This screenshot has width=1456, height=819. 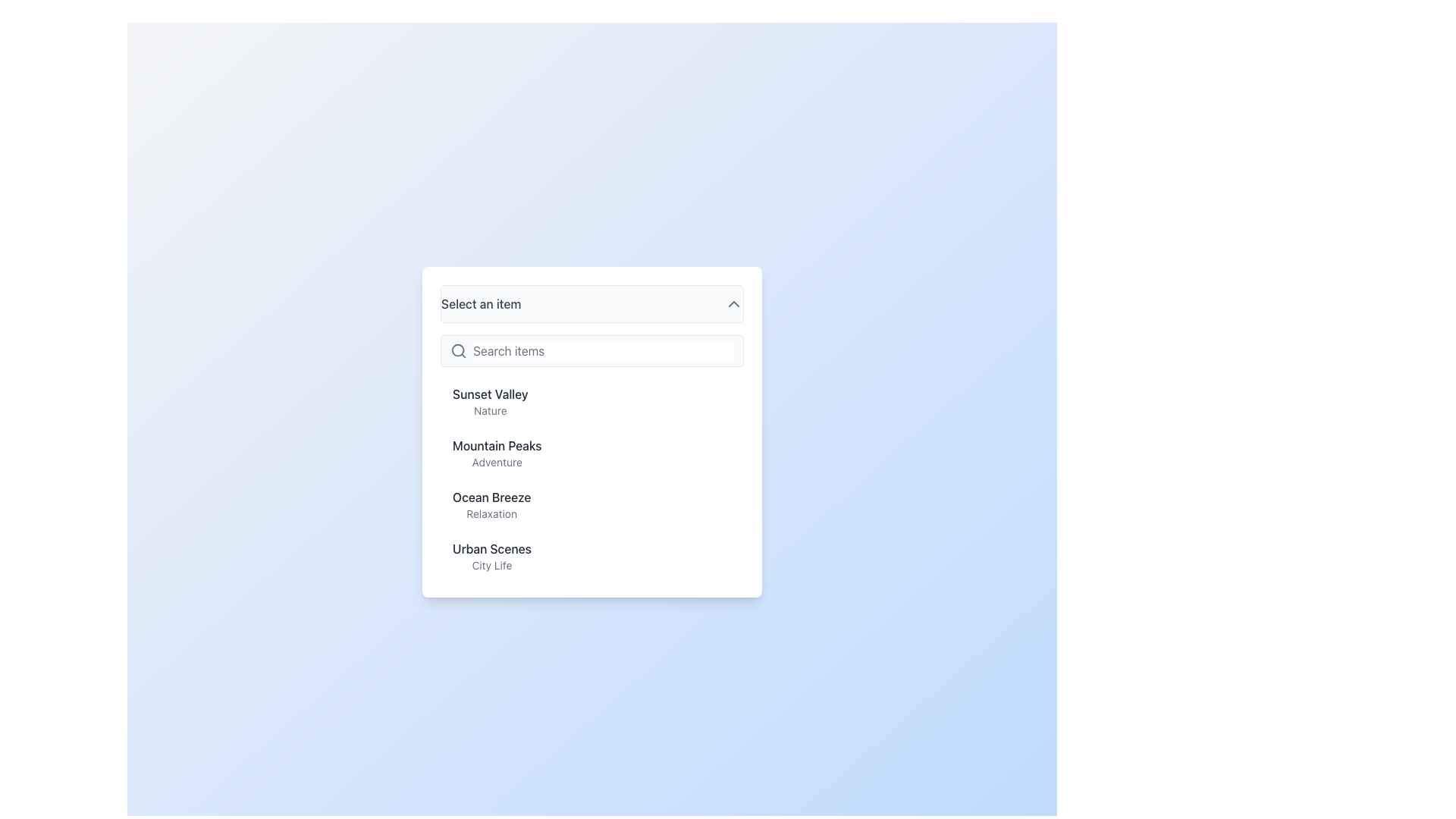 What do you see at coordinates (490, 394) in the screenshot?
I see `the dropdown entry label that identifies a particular destination or category in the dropdown list under 'Select an item'` at bounding box center [490, 394].